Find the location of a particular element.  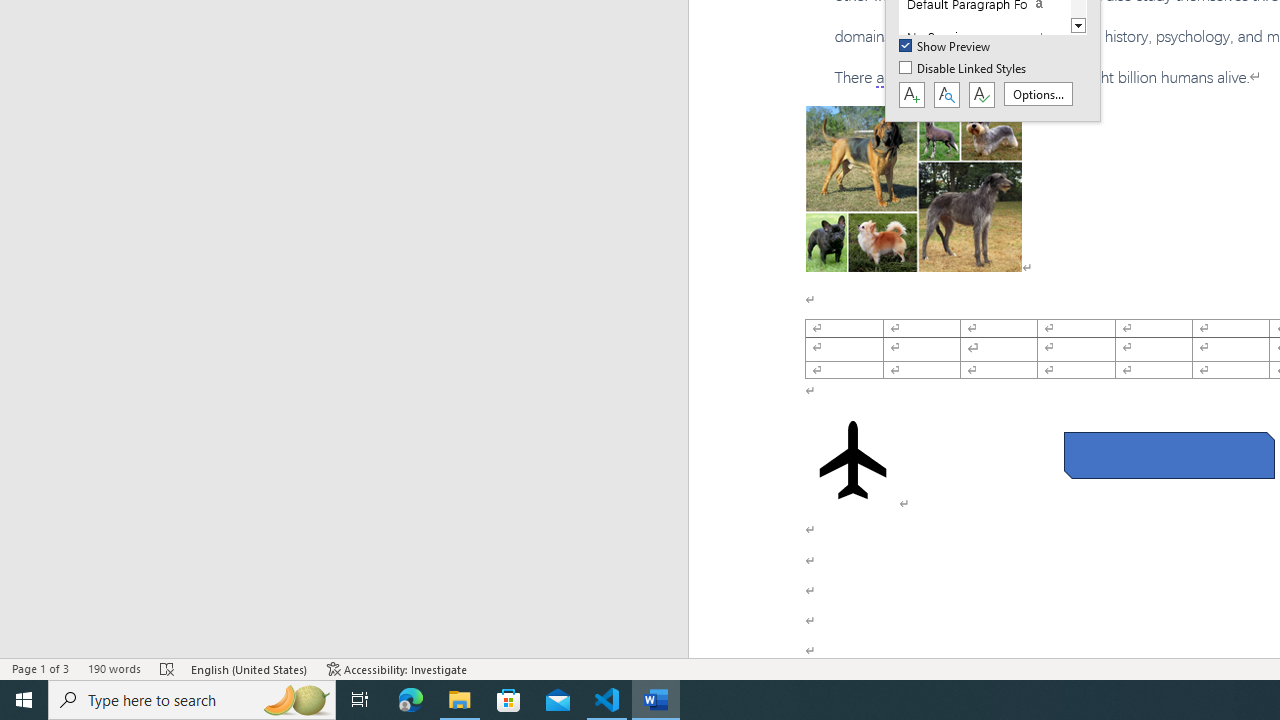

'Rectangle: Diagonal Corners Snipped 2' is located at coordinates (1169, 455).